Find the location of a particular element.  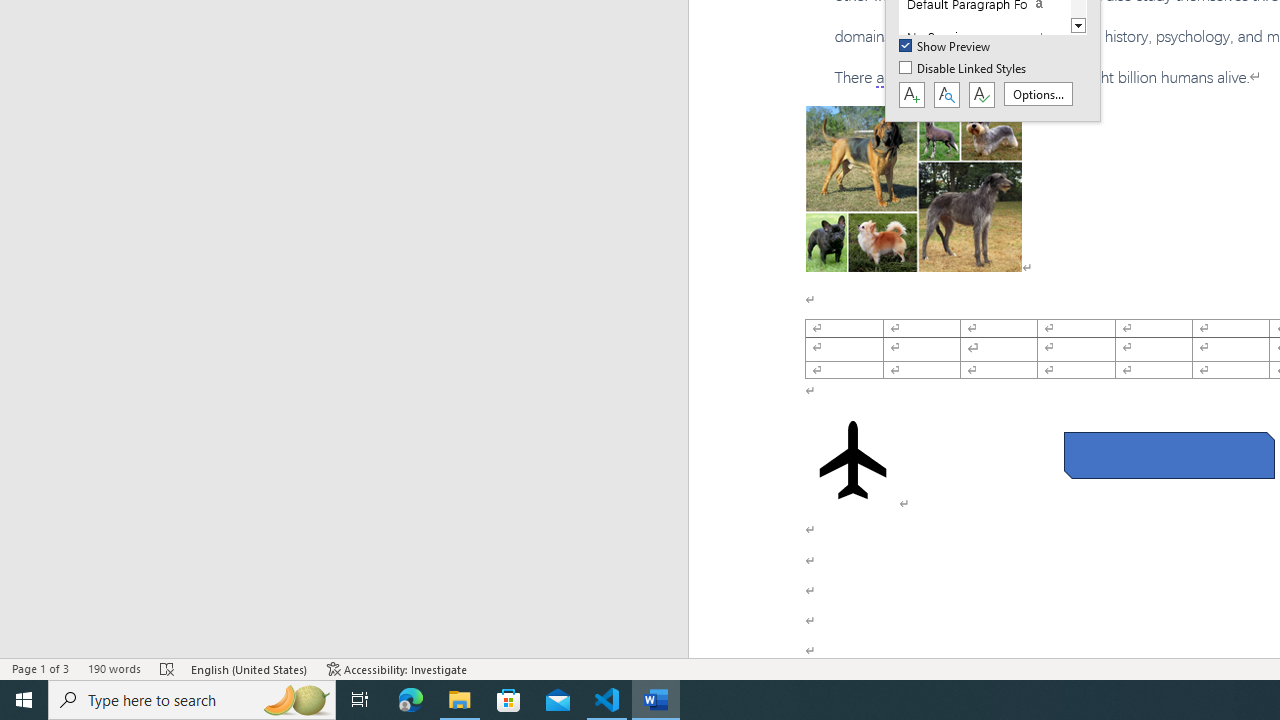

'Rectangle: Diagonal Corners Snipped 2' is located at coordinates (1169, 455).